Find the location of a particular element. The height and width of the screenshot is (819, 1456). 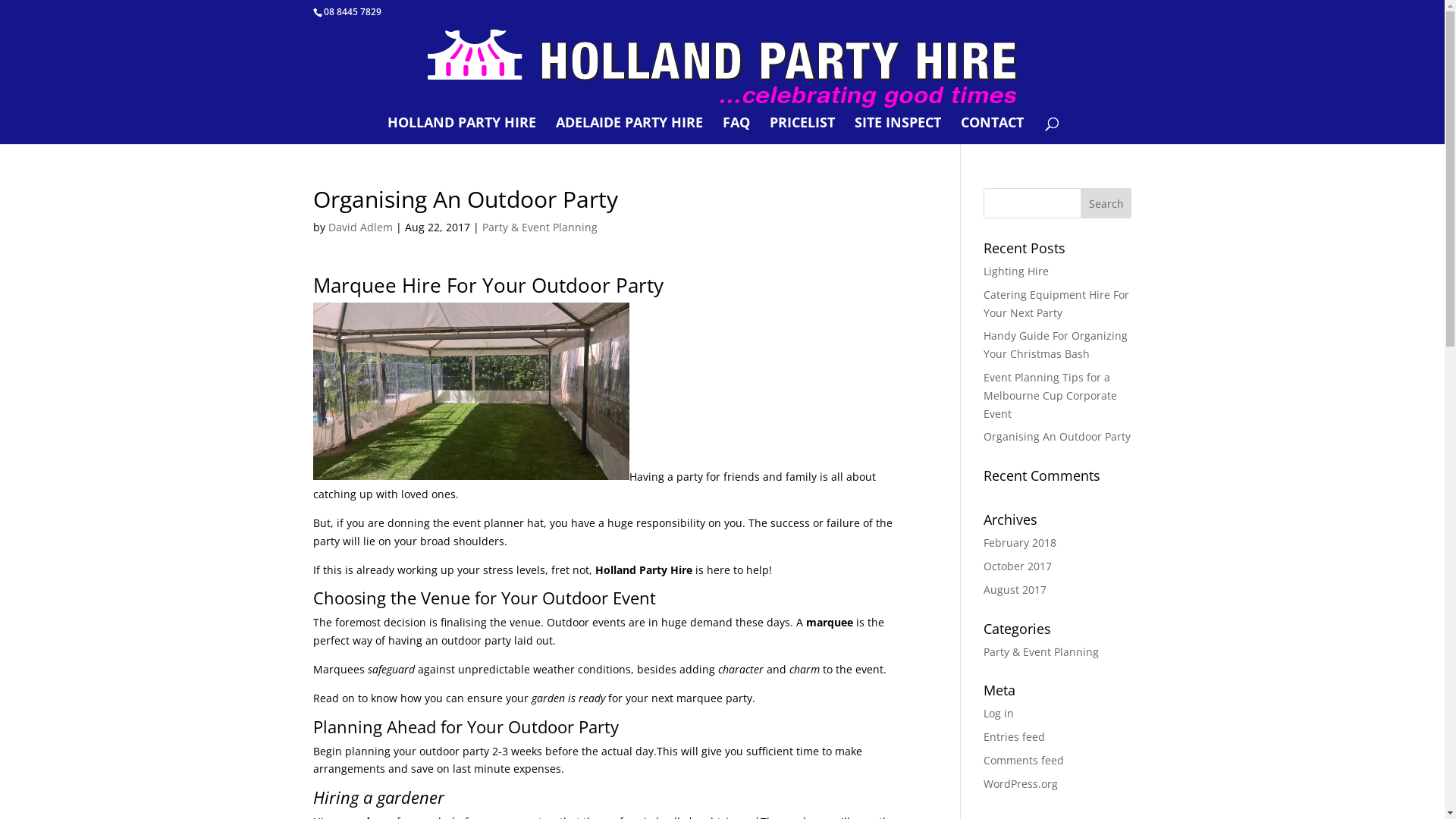

'February 2018' is located at coordinates (1019, 541).